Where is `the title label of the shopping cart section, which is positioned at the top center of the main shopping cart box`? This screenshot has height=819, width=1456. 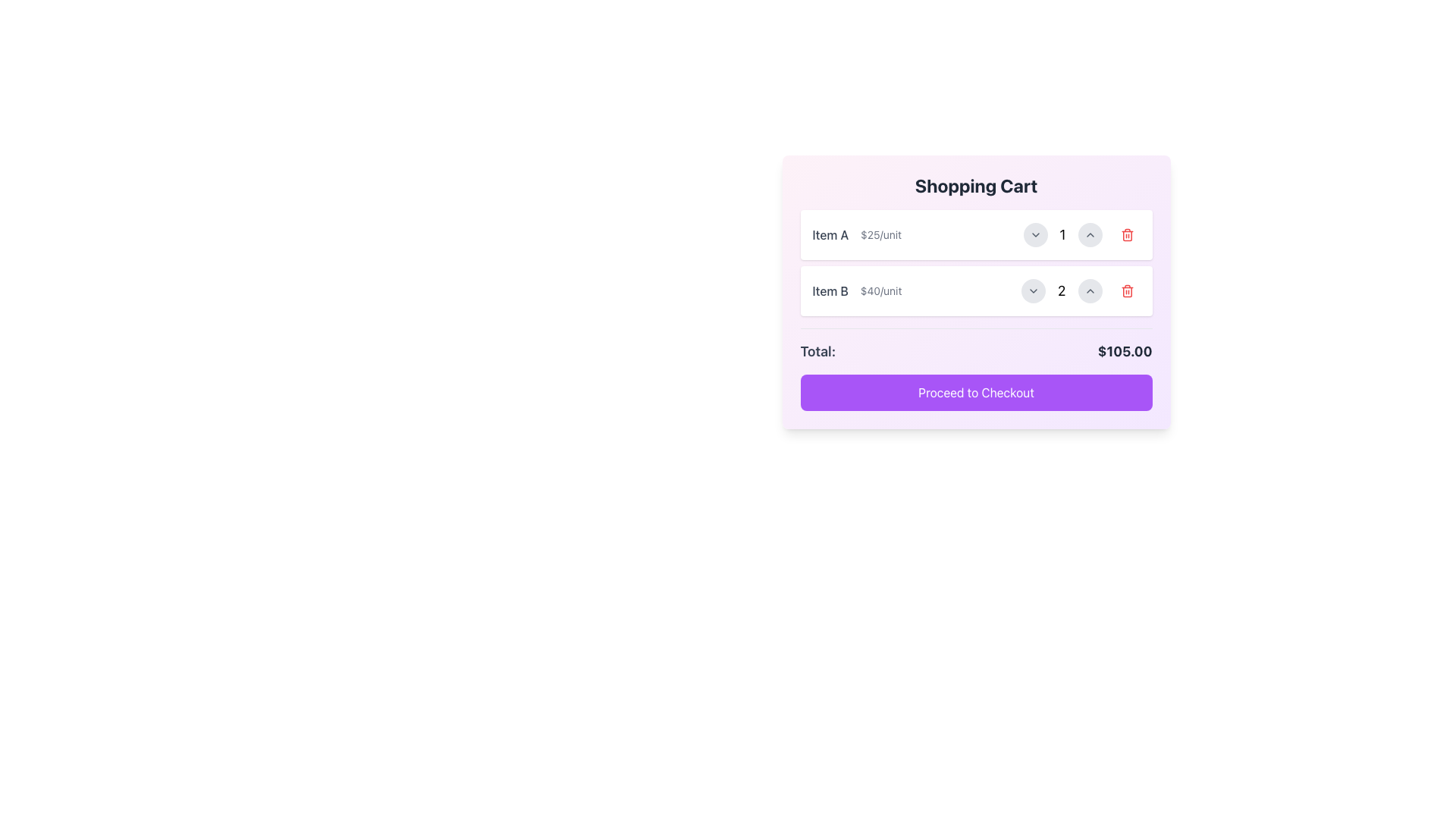 the title label of the shopping cart section, which is positioned at the top center of the main shopping cart box is located at coordinates (976, 185).